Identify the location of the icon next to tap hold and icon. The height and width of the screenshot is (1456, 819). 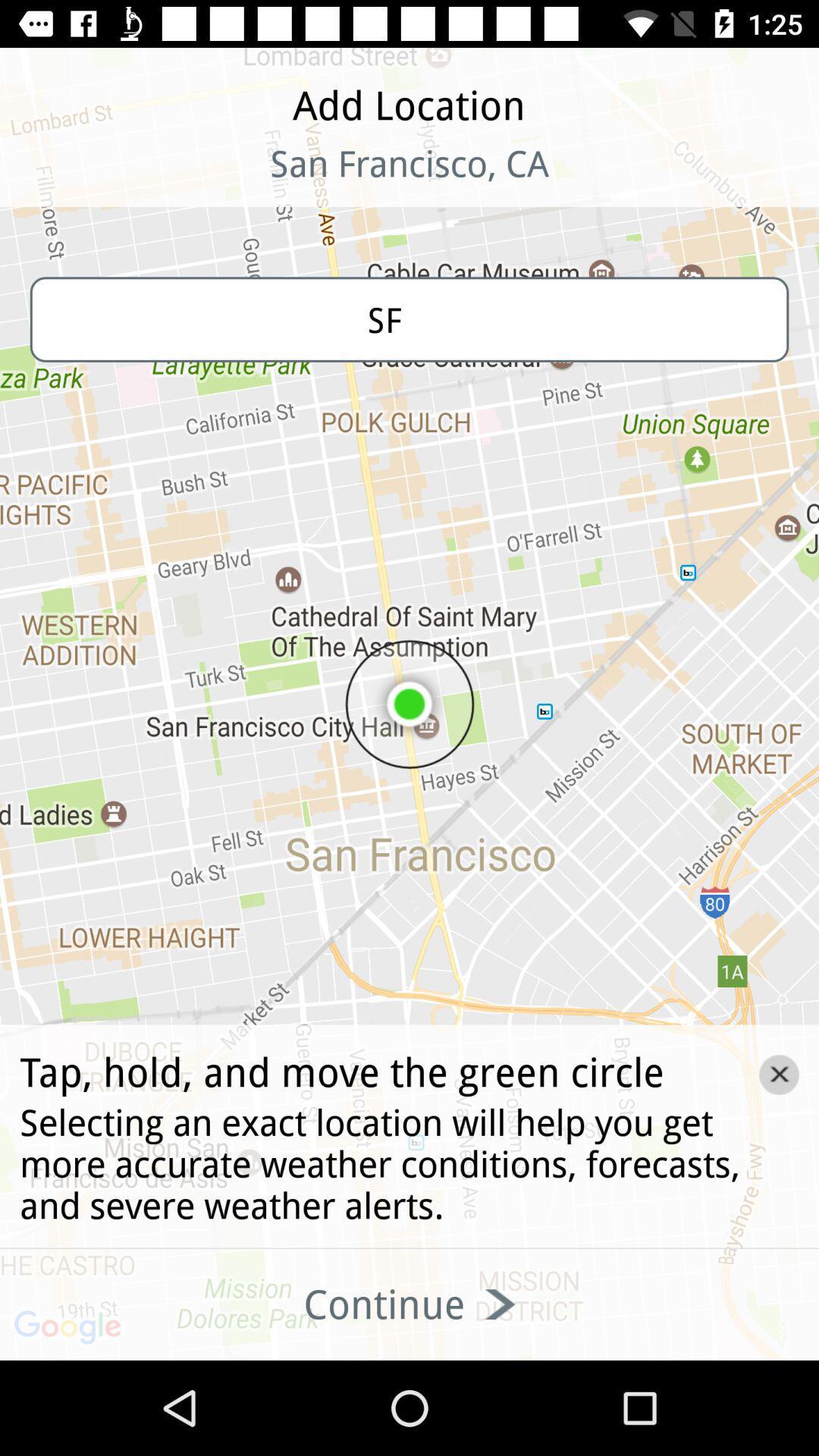
(779, 1074).